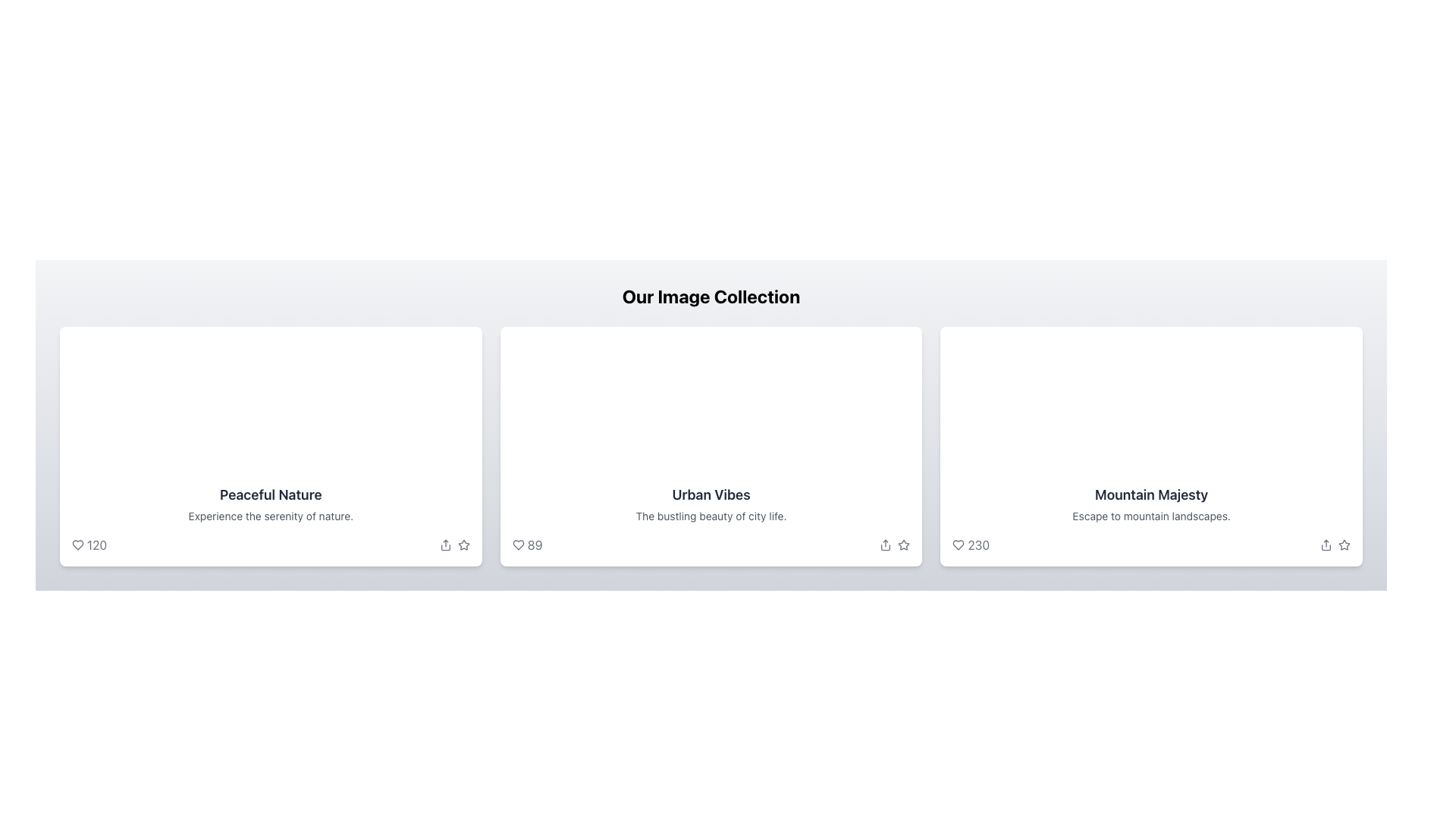  What do you see at coordinates (1151, 399) in the screenshot?
I see `properties of the background image within the 'Mountain Majesty' card layout, located in the upper part of the card` at bounding box center [1151, 399].